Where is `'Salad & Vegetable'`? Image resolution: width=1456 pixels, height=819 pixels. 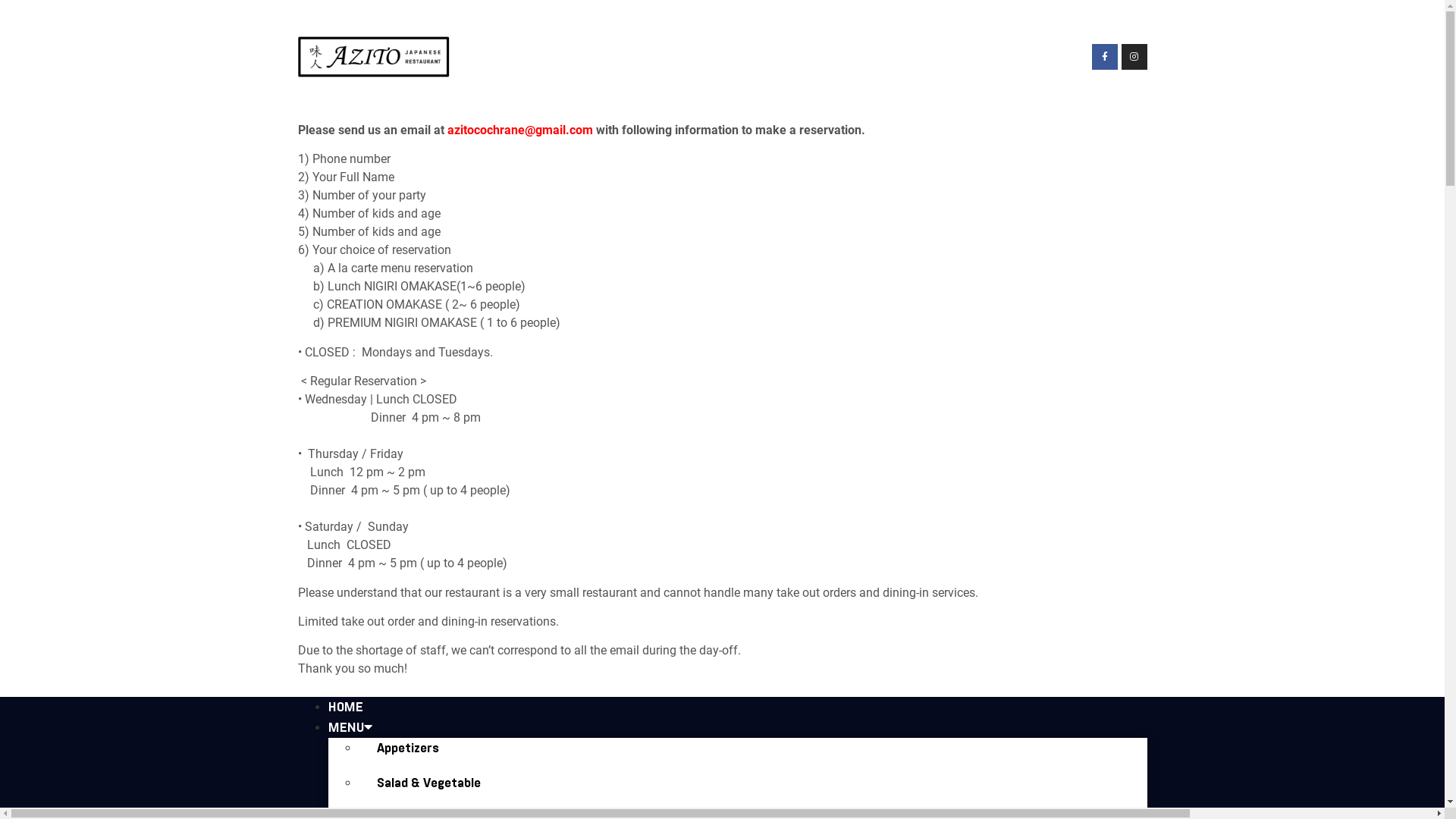
'Salad & Vegetable' is located at coordinates (427, 783).